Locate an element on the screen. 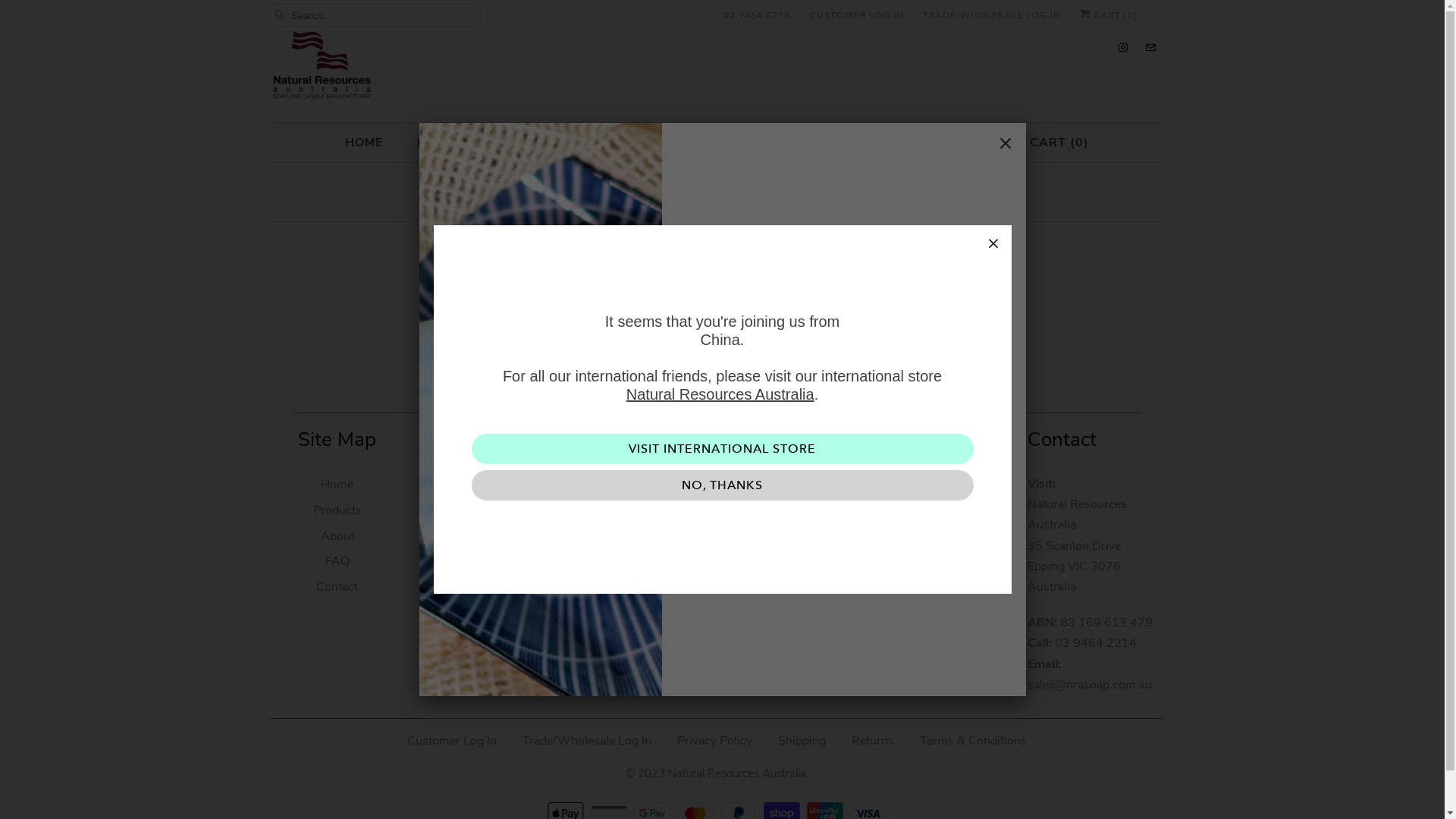 The width and height of the screenshot is (1456, 819). 'Natural Resources Australia on Instagram' is located at coordinates (777, 617).